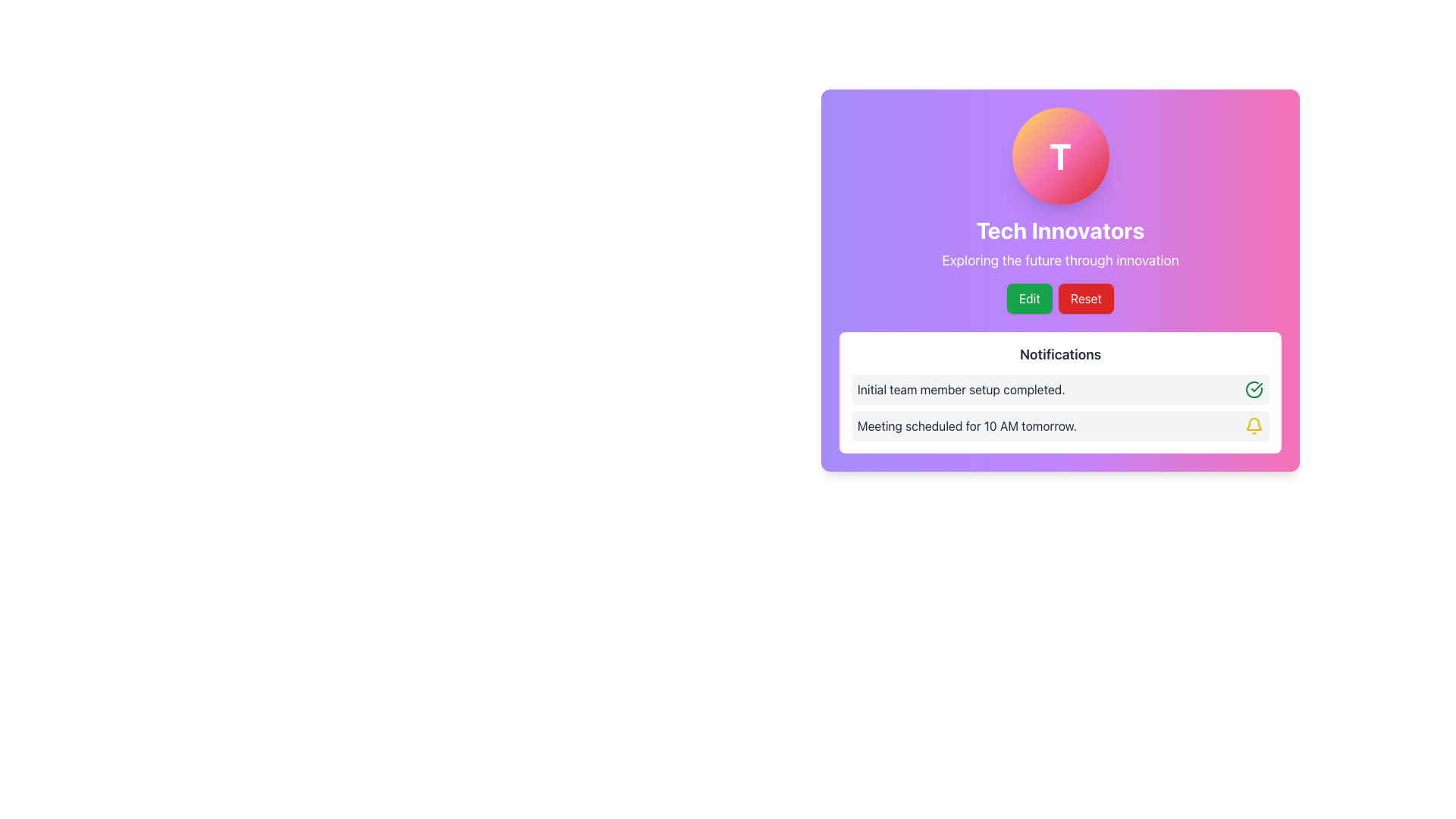 The image size is (1456, 819). Describe the element at coordinates (1059, 388) in the screenshot. I see `the first notification message in the 'Notifications' section that states 'Initial team member setup completed.' This element features a light gray background and a green check icon, indicating successful completion` at that location.